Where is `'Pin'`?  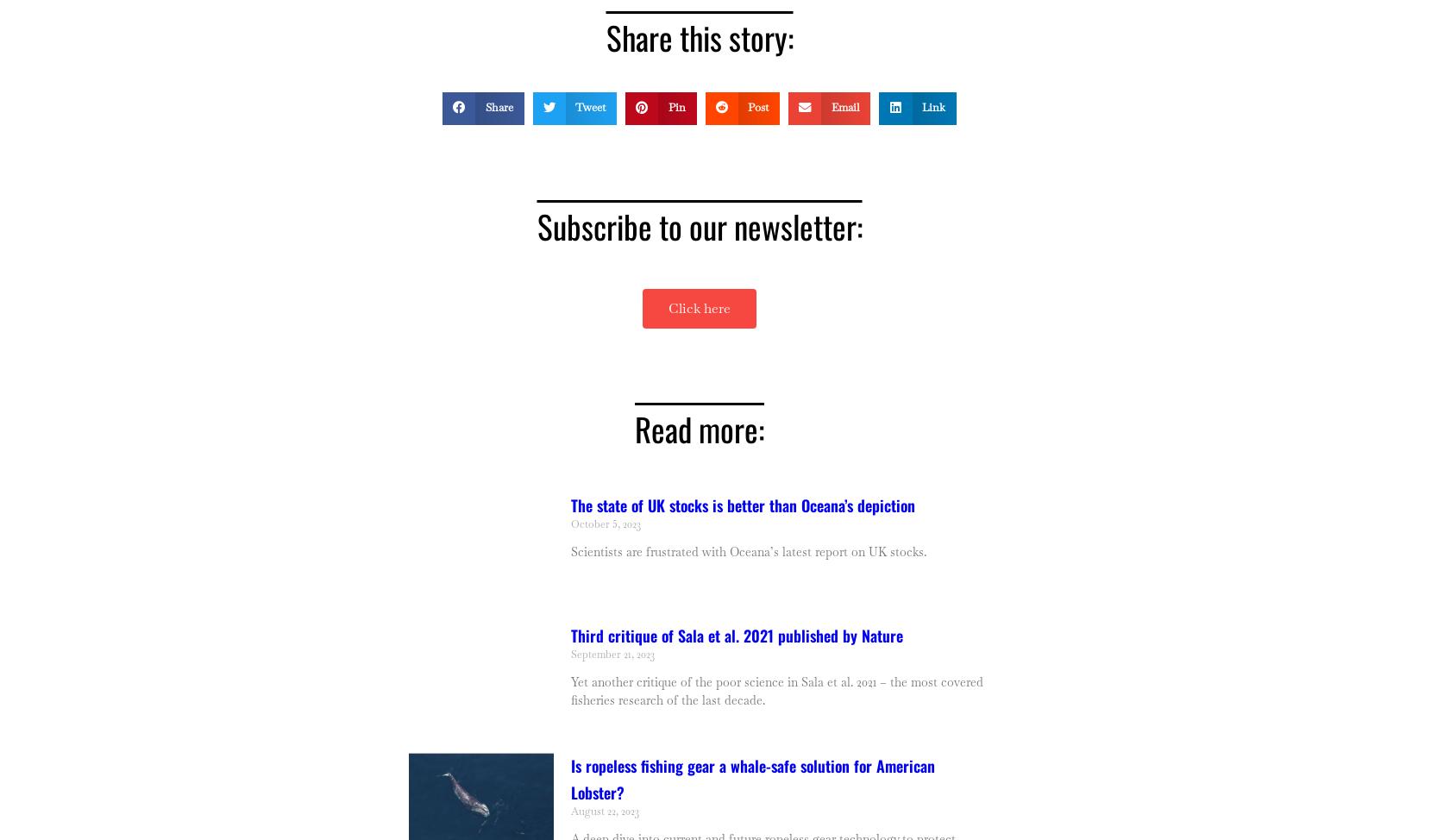 'Pin' is located at coordinates (675, 106).